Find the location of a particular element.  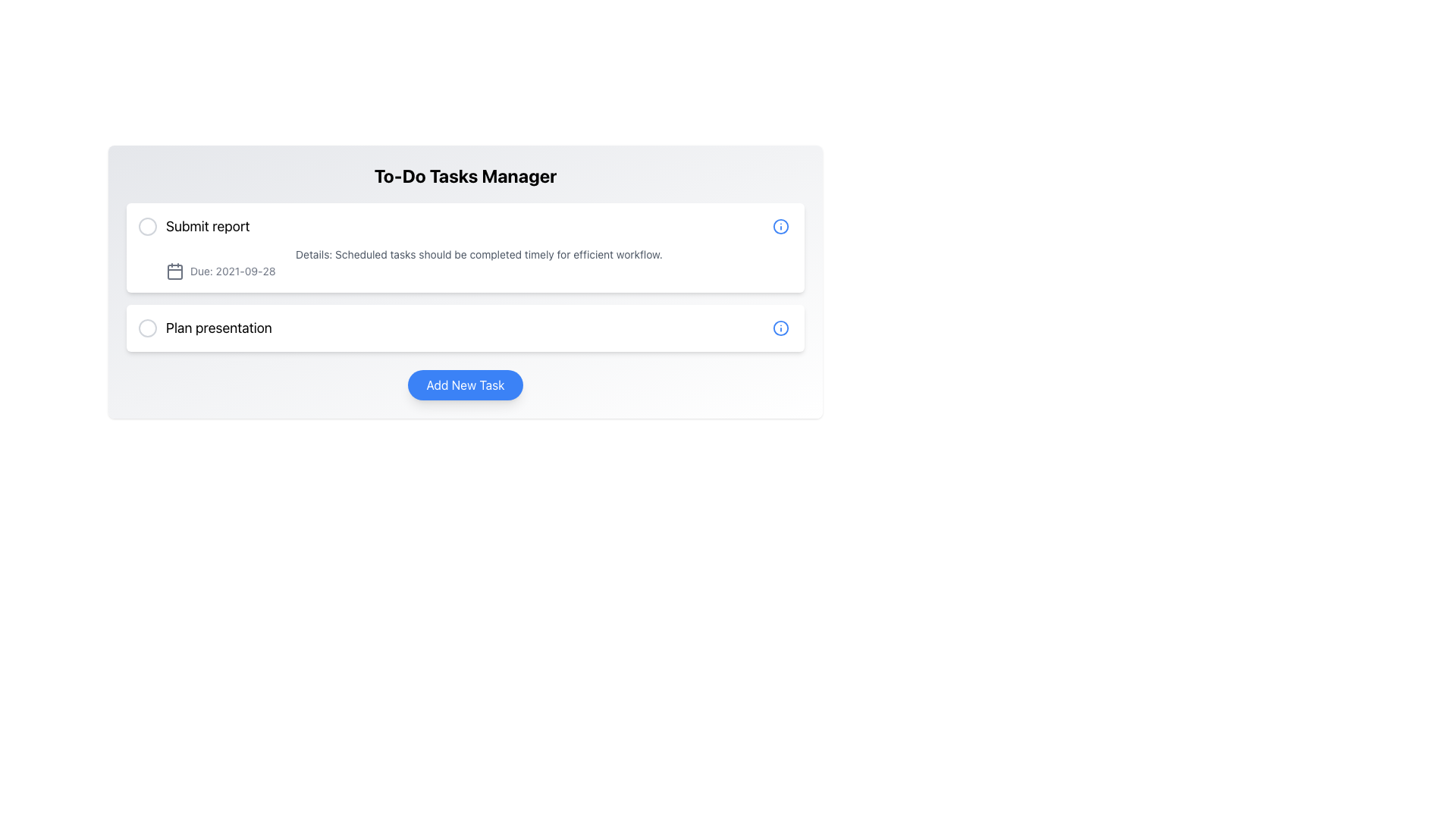

the static text header 'To-Do Tasks Manager' which is bold, larger than surrounding text, and centered in a light gray background is located at coordinates (465, 174).